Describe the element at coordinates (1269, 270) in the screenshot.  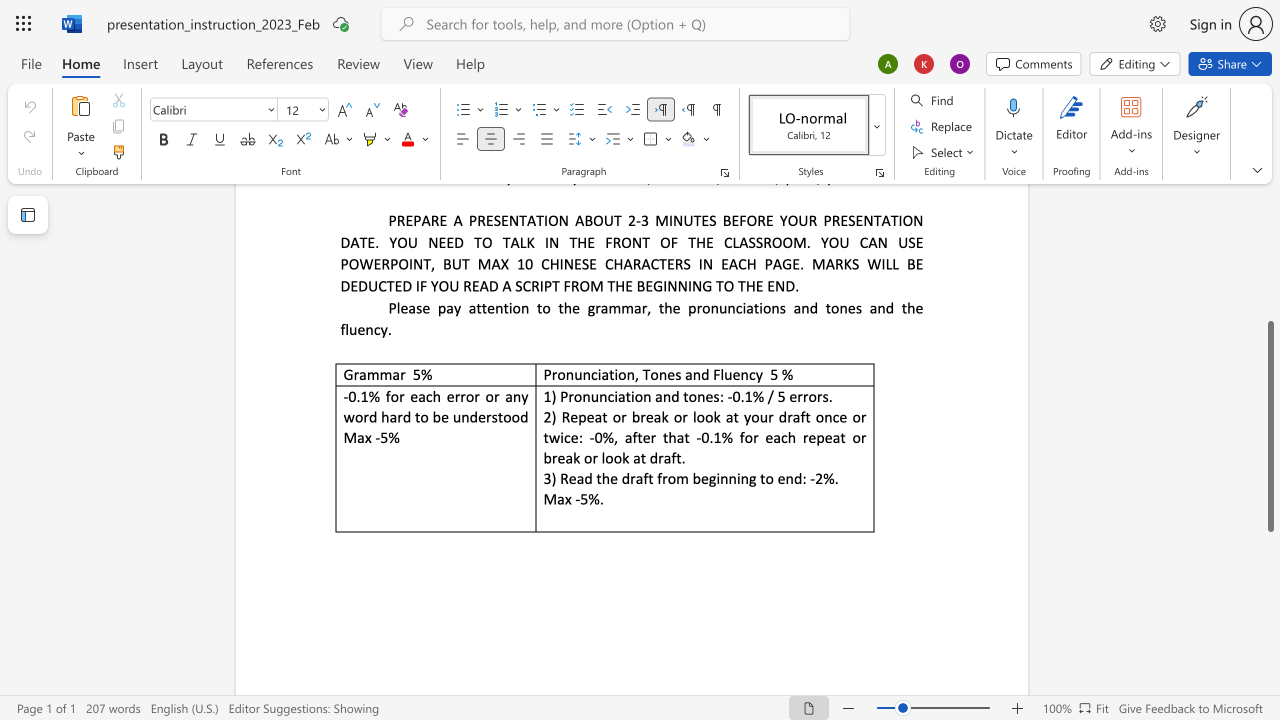
I see `the scrollbar to adjust the page upward` at that location.